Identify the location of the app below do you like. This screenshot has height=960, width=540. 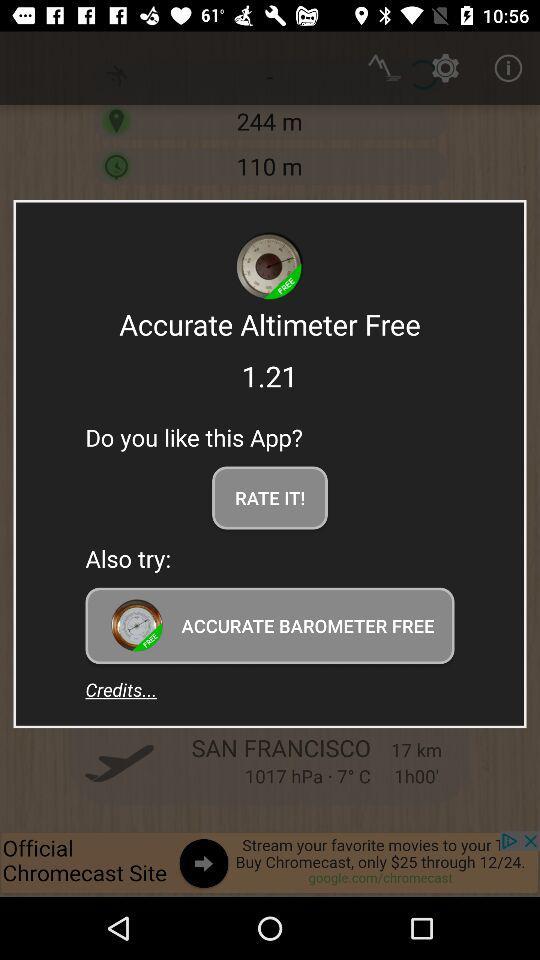
(270, 496).